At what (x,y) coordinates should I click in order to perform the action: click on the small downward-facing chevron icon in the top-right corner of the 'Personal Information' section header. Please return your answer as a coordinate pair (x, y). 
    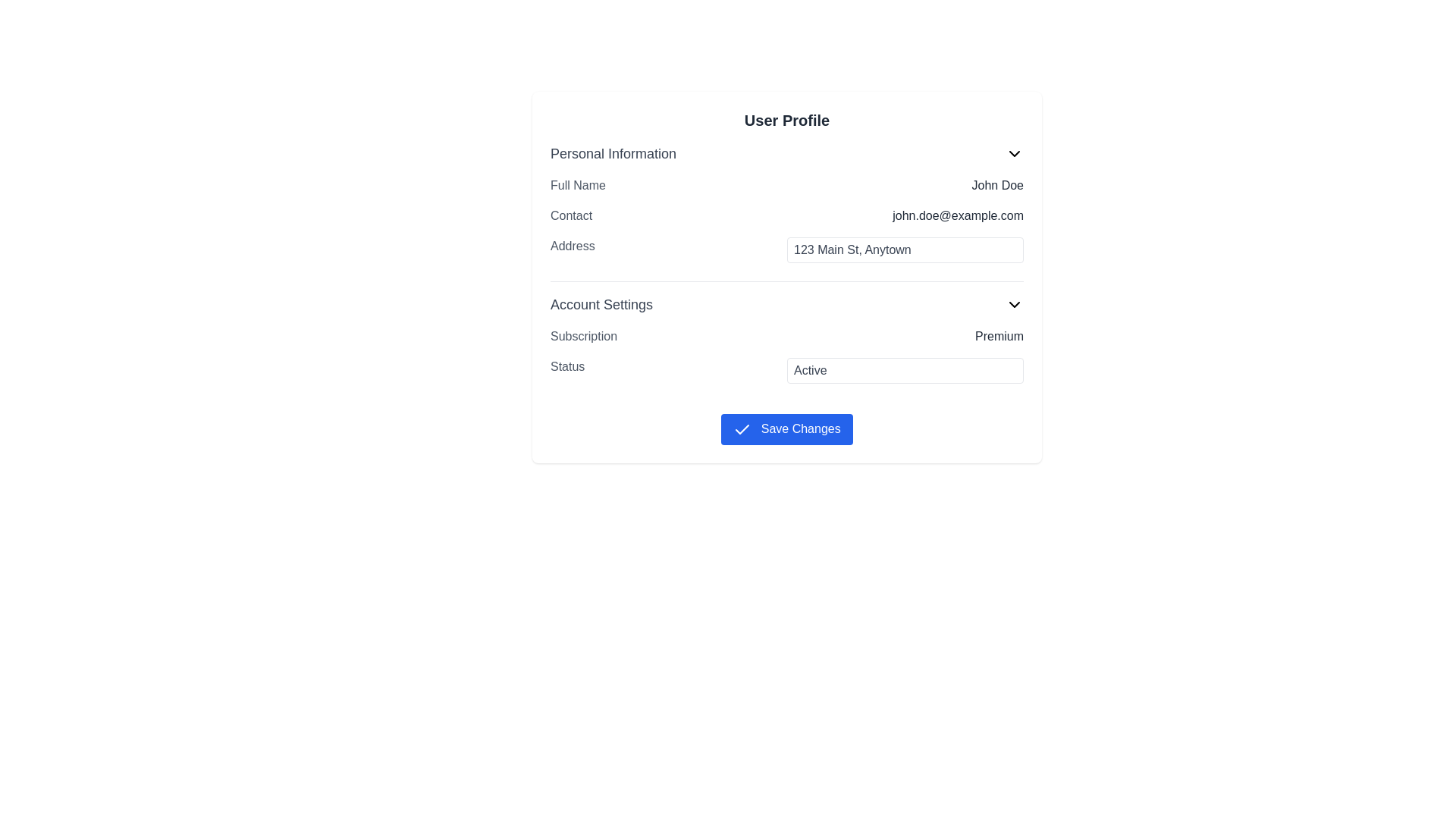
    Looking at the image, I should click on (1015, 154).